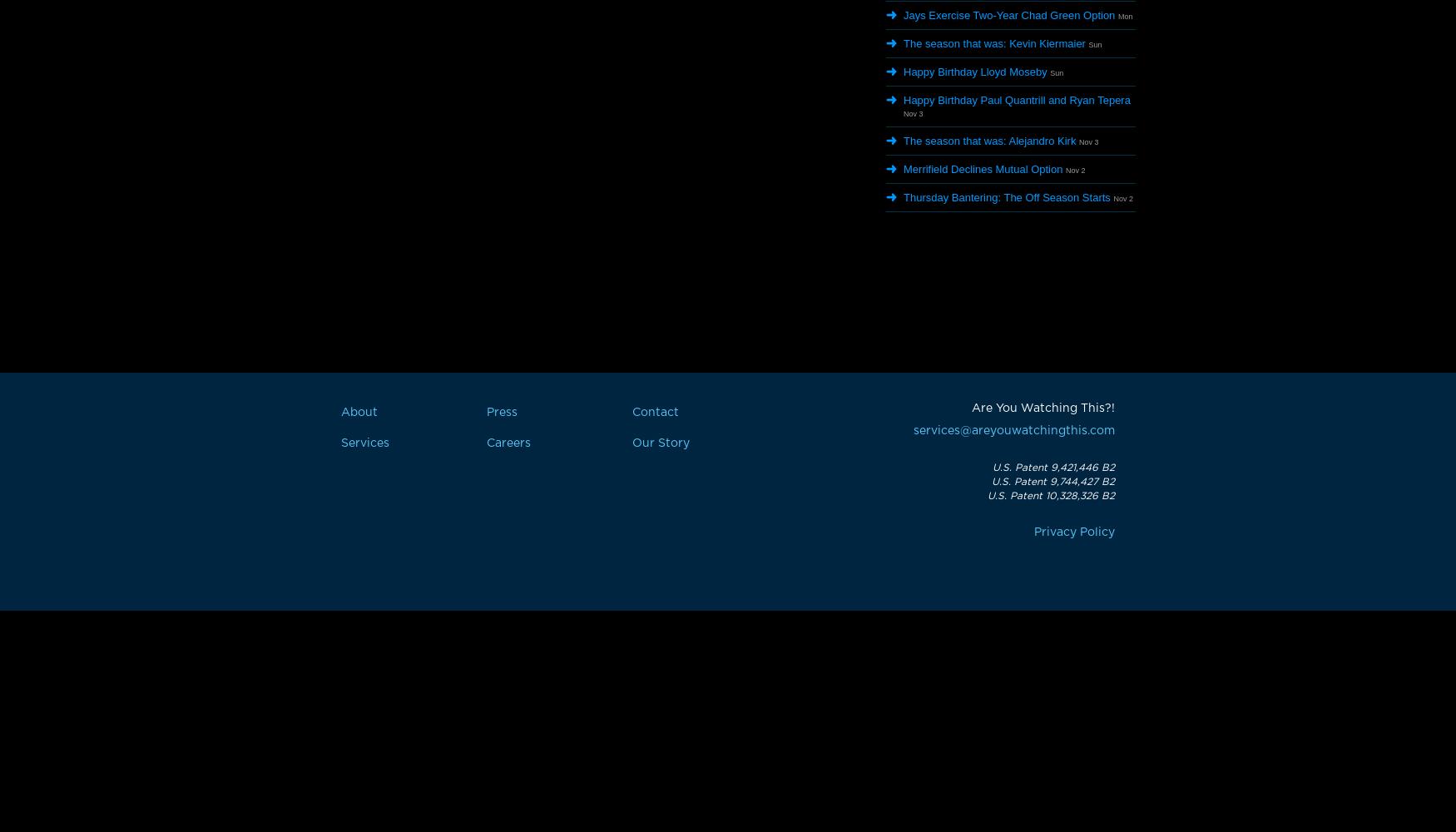 The width and height of the screenshot is (1456, 832). I want to click on 'Happy Birthday Lloyd Moseby', so click(973, 71).